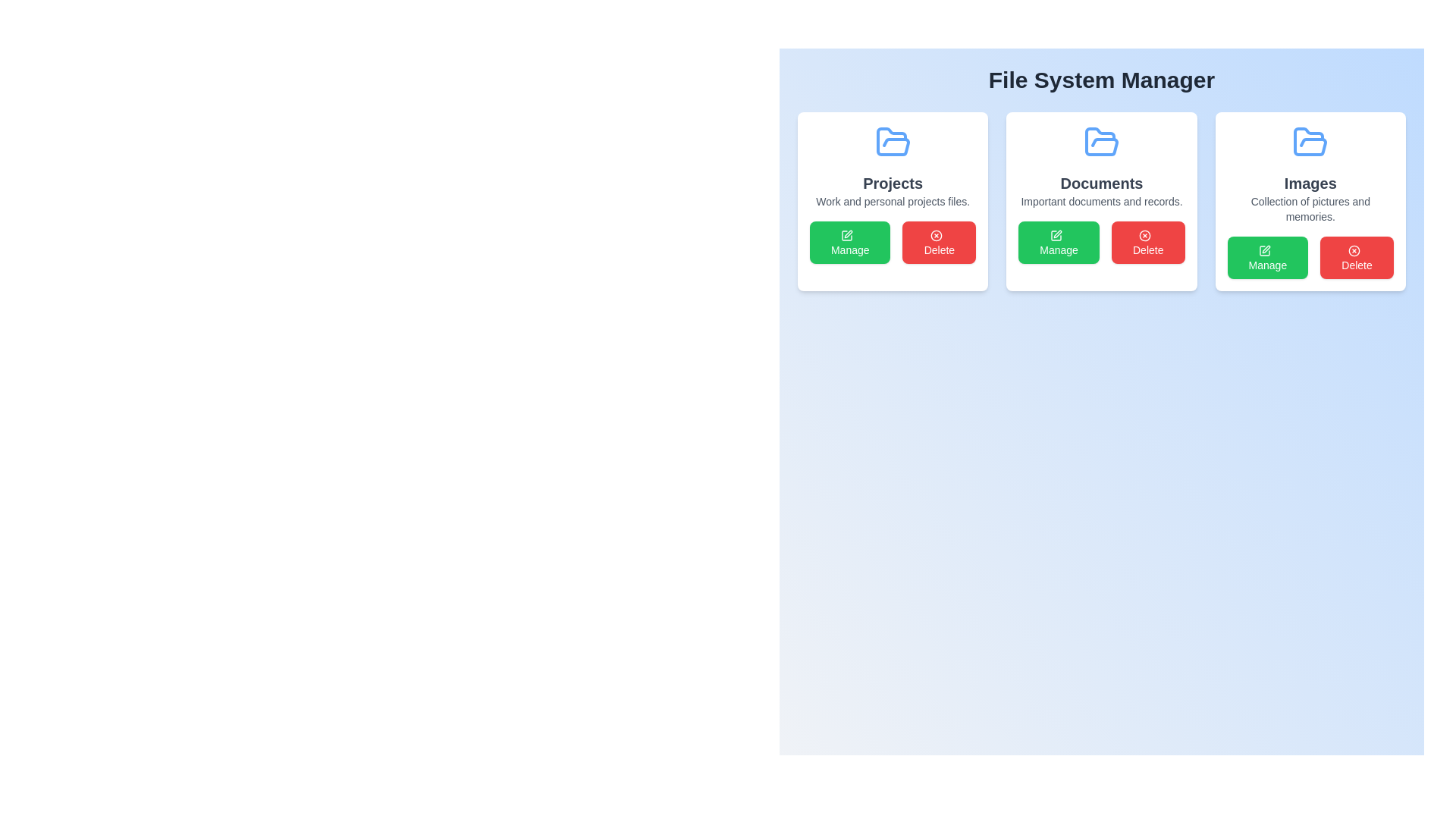  I want to click on the editing icon located within the green 'Manage' button in the 'Images' card, which is positioned in the rightmost column of the three main cards on the page, so click(1266, 249).